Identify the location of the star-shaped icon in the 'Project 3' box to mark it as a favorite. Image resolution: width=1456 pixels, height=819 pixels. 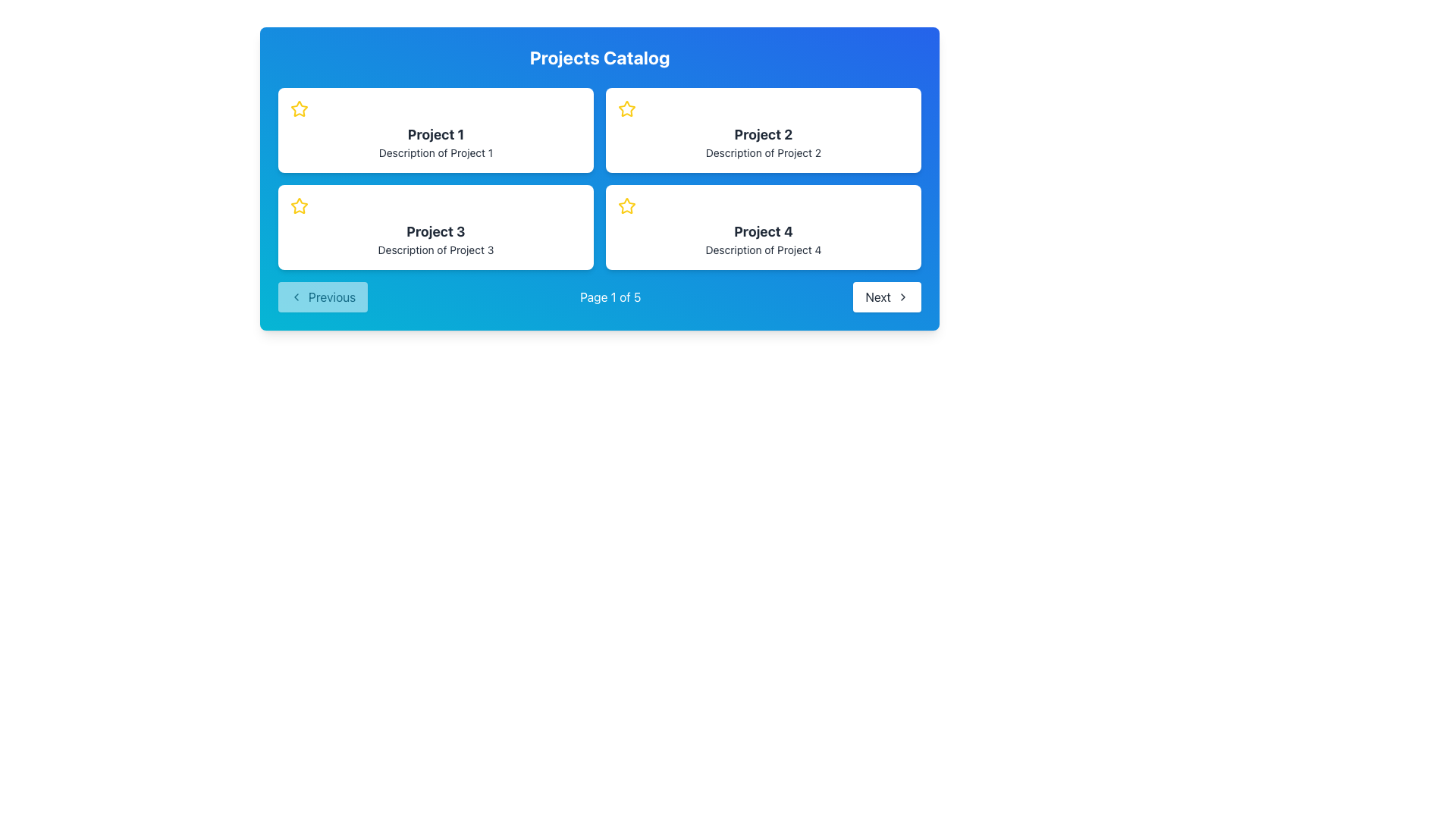
(299, 206).